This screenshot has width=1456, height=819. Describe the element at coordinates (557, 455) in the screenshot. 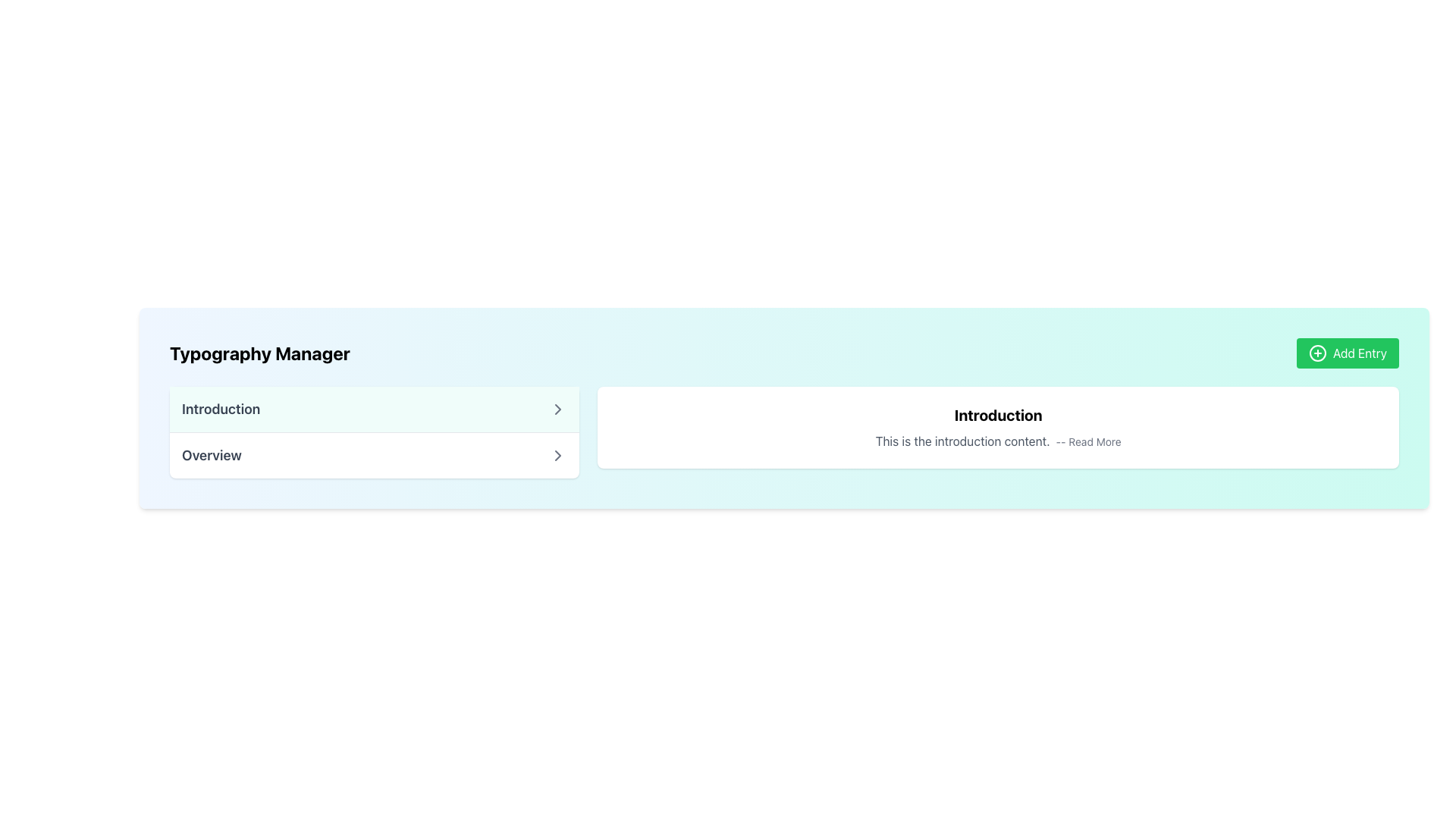

I see `the icon located at the far-right end of the 'Overview' row` at that location.